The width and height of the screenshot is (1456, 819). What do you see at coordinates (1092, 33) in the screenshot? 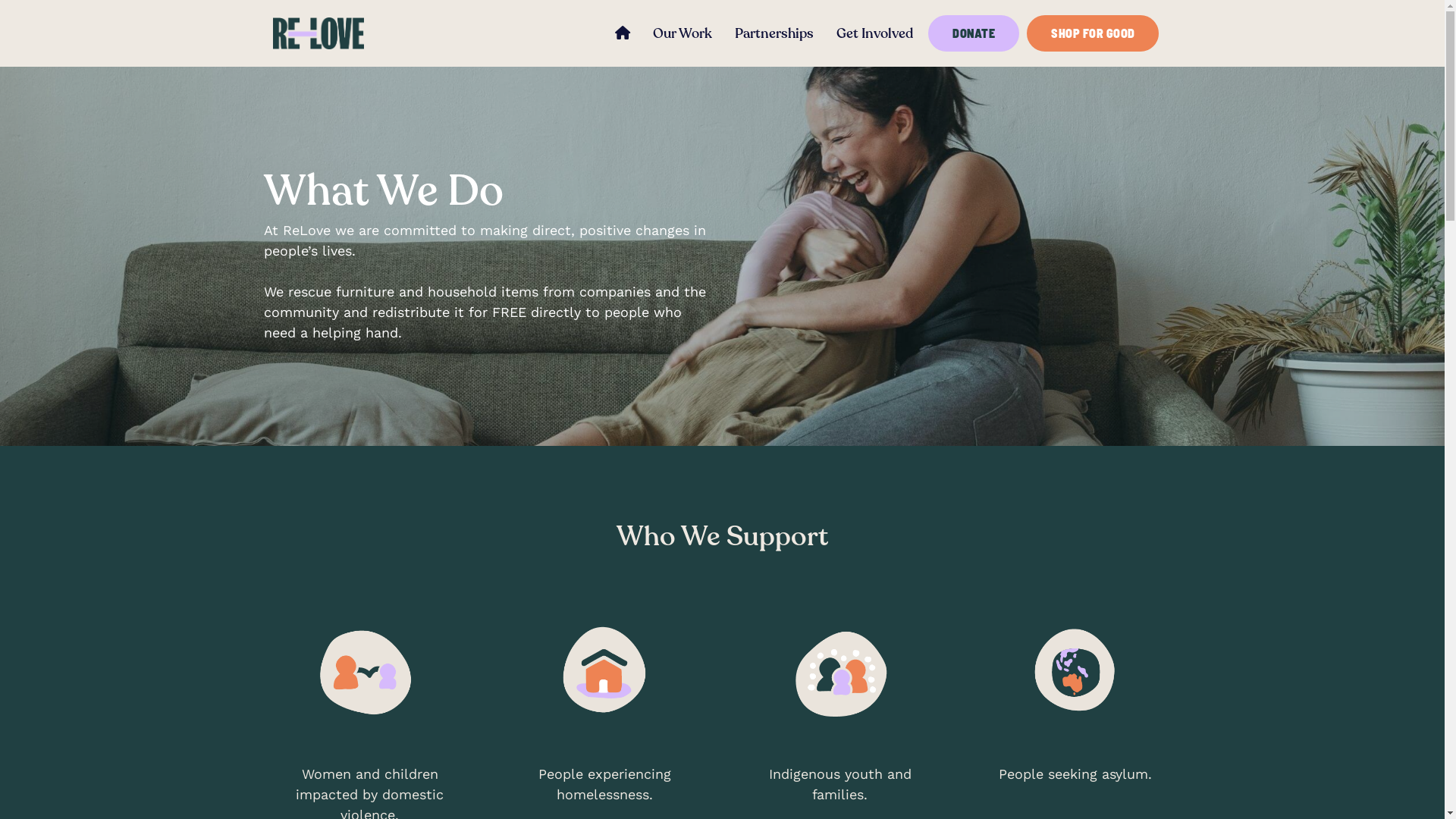
I see `'SHOP FOR GOOD'` at bounding box center [1092, 33].